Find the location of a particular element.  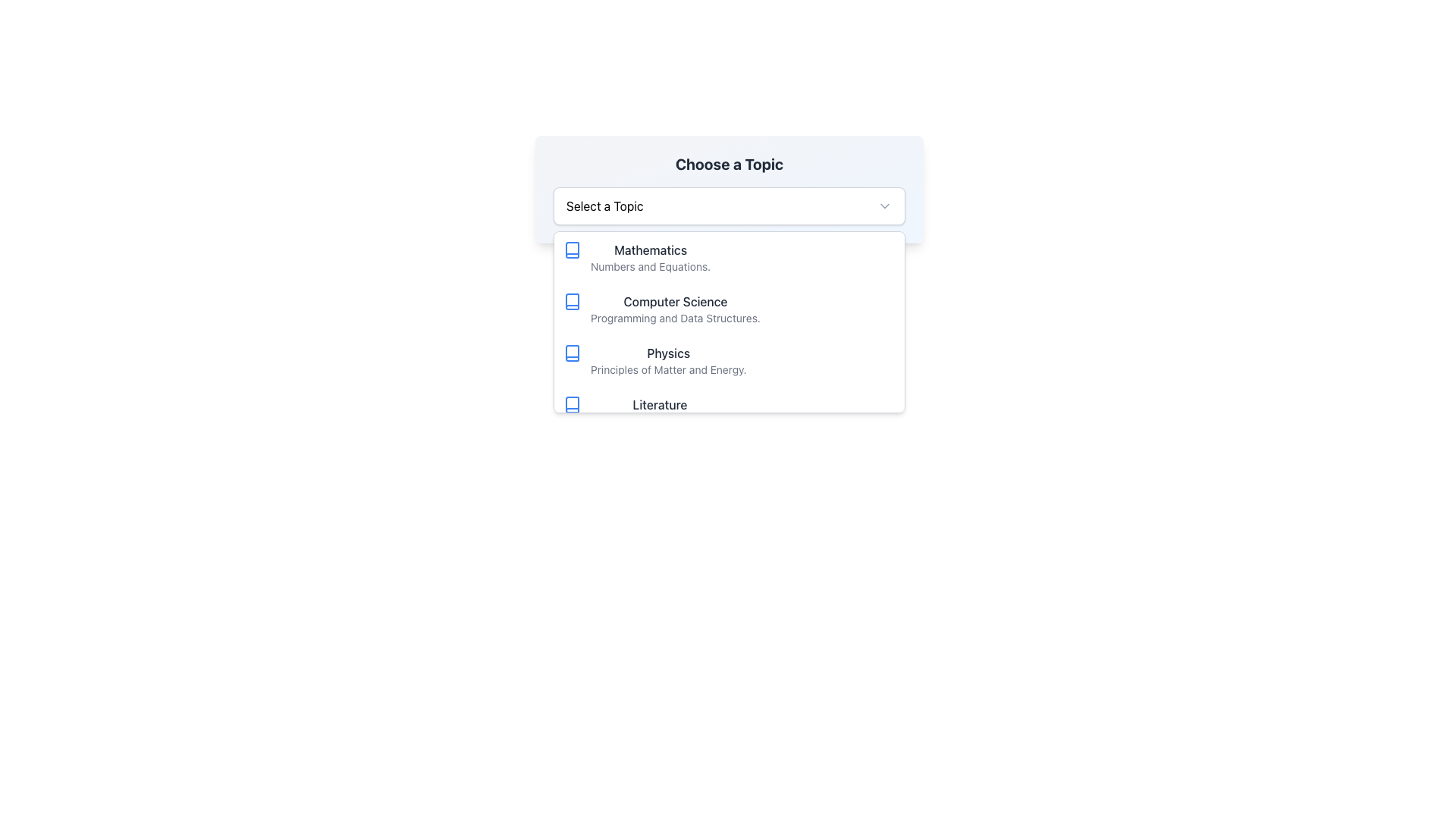

the 'Physics' option in the topics dropdown menu by keyboard navigation is located at coordinates (571, 353).